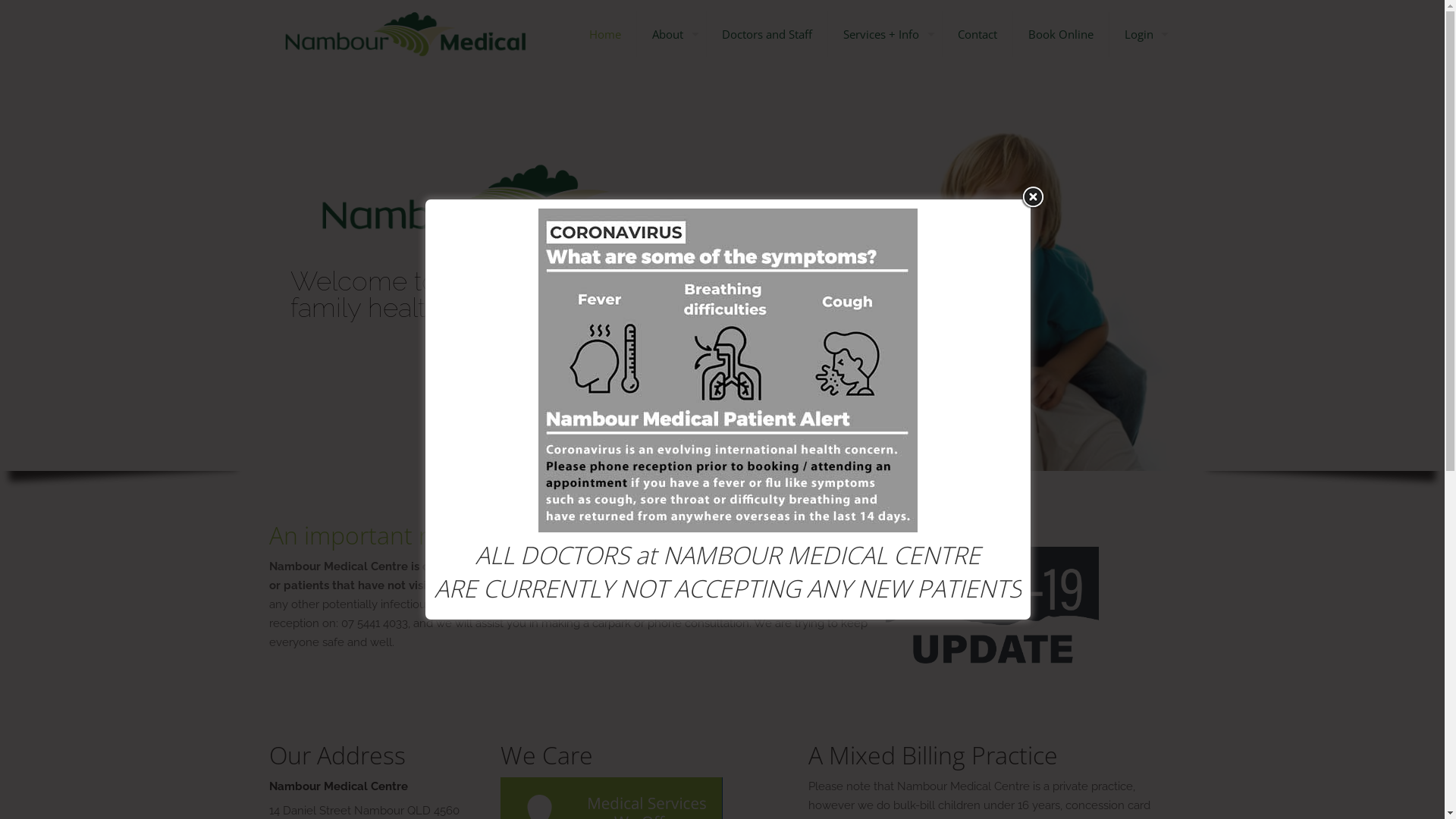 The height and width of the screenshot is (819, 1456). What do you see at coordinates (1060, 34) in the screenshot?
I see `'Book Online'` at bounding box center [1060, 34].